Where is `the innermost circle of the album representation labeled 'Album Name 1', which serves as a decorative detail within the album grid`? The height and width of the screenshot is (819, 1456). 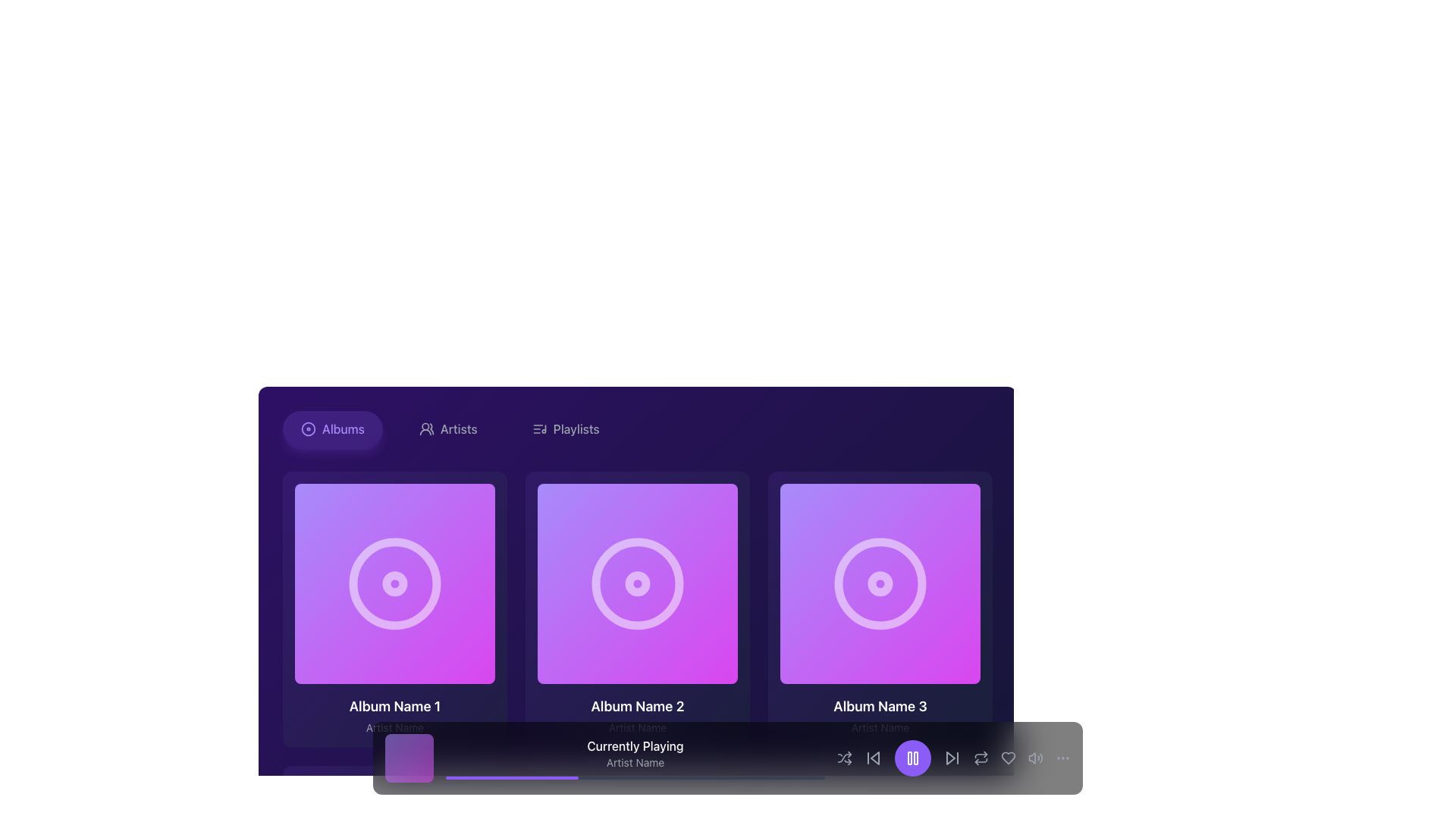
the innermost circle of the album representation labeled 'Album Name 1', which serves as a decorative detail within the album grid is located at coordinates (395, 583).